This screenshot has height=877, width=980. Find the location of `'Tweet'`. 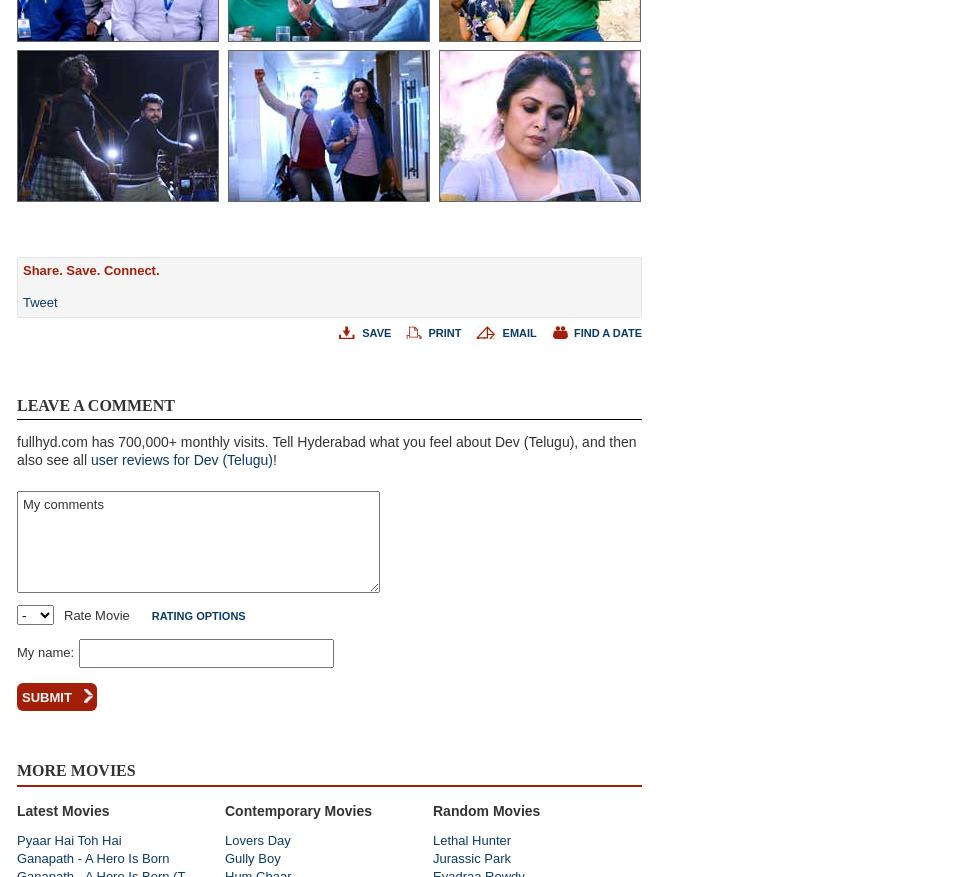

'Tweet' is located at coordinates (39, 301).